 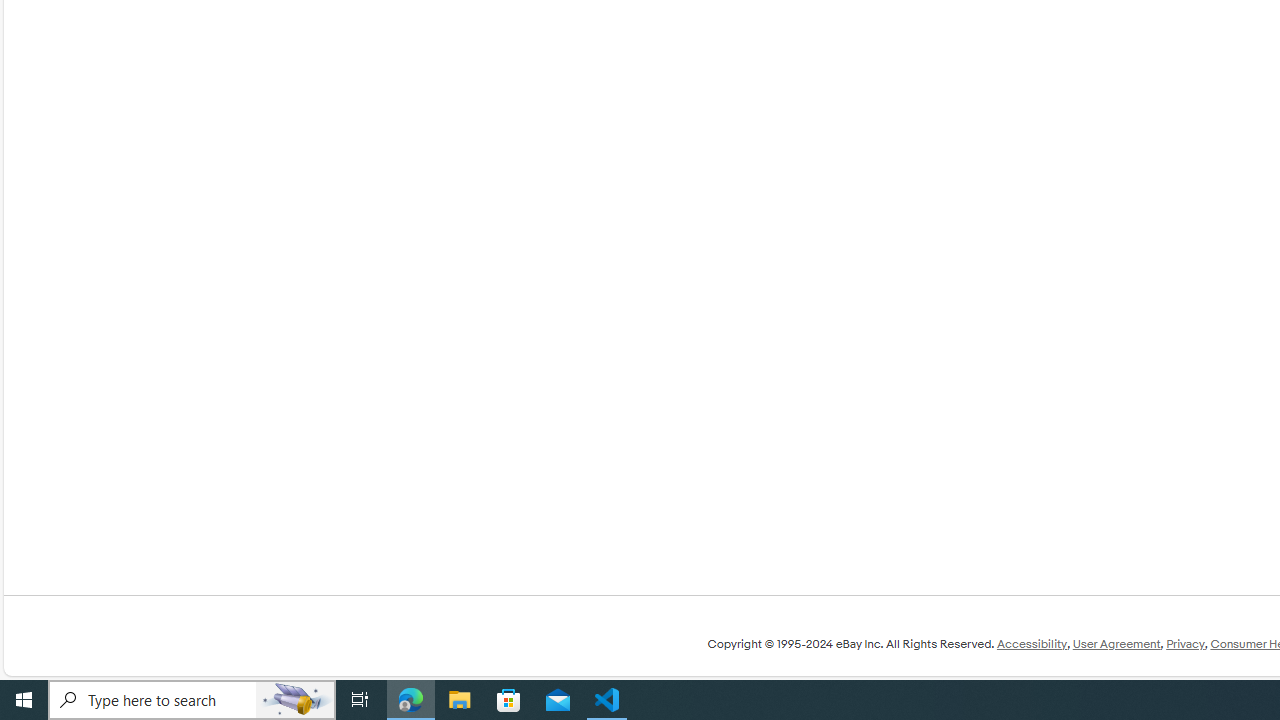 What do you see at coordinates (1031, 644) in the screenshot?
I see `'Accessibility'` at bounding box center [1031, 644].